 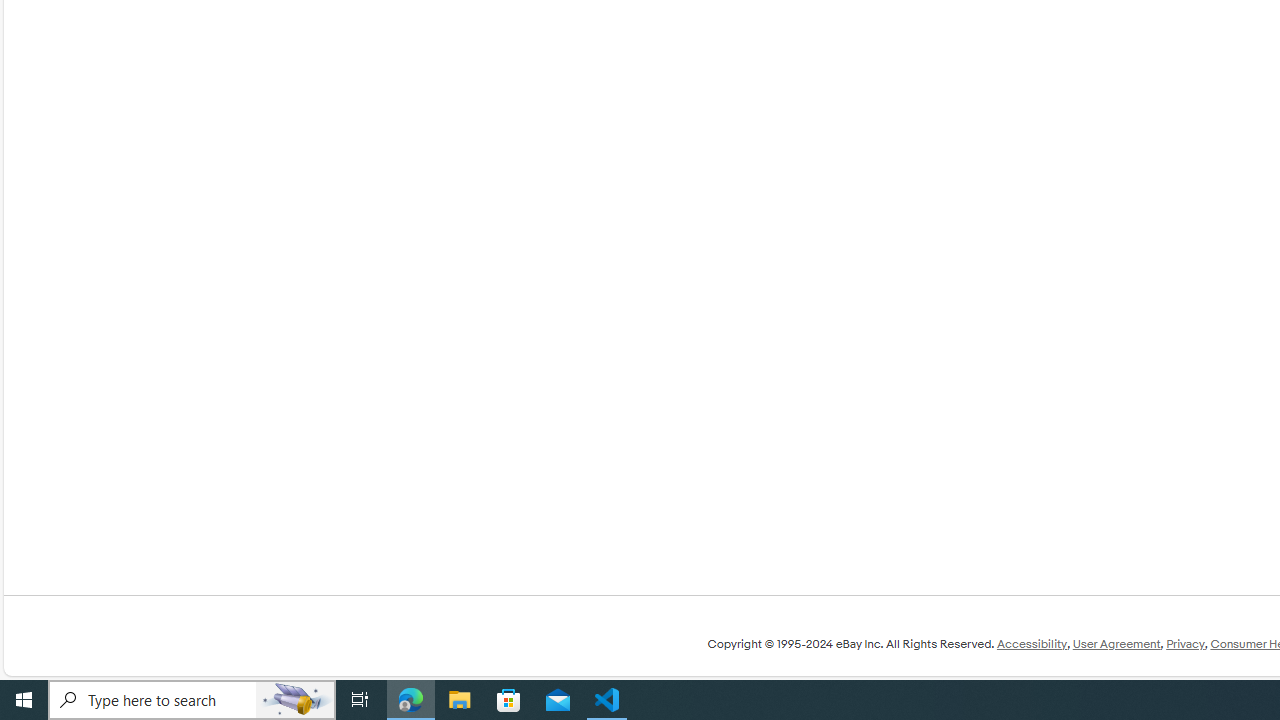 What do you see at coordinates (1031, 644) in the screenshot?
I see `'Accessibility'` at bounding box center [1031, 644].